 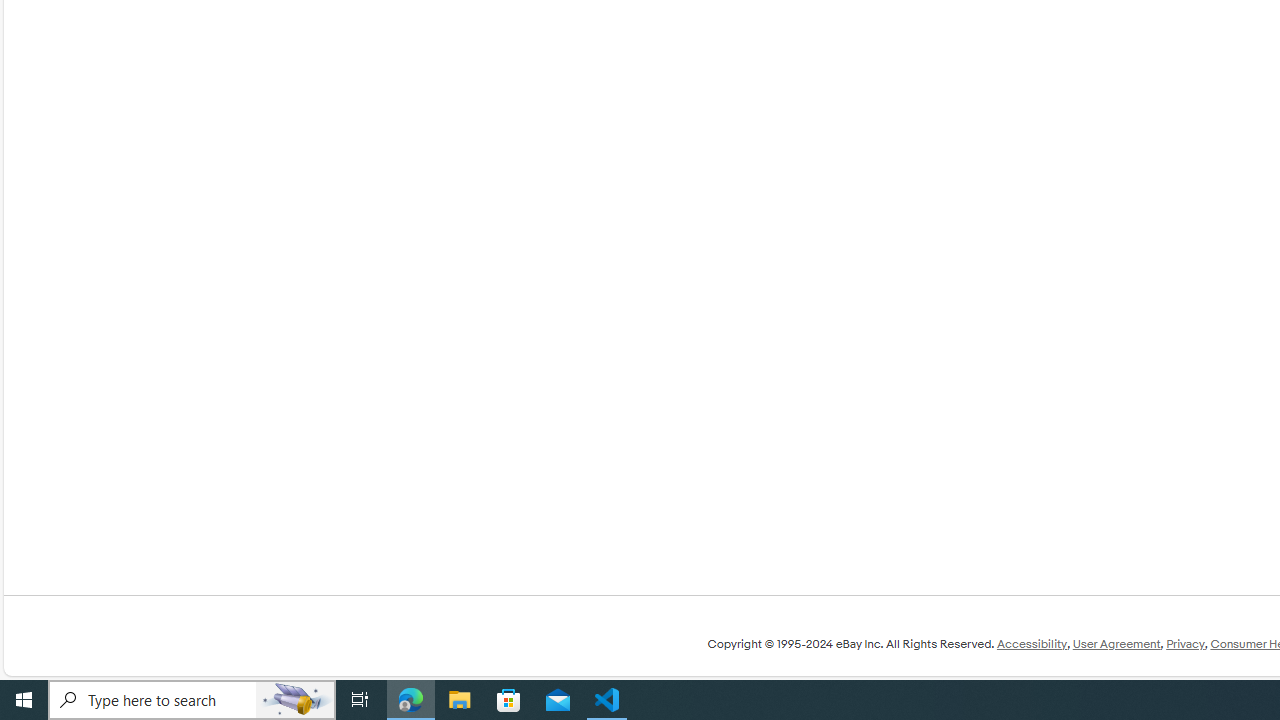 What do you see at coordinates (1031, 644) in the screenshot?
I see `'Accessibility'` at bounding box center [1031, 644].